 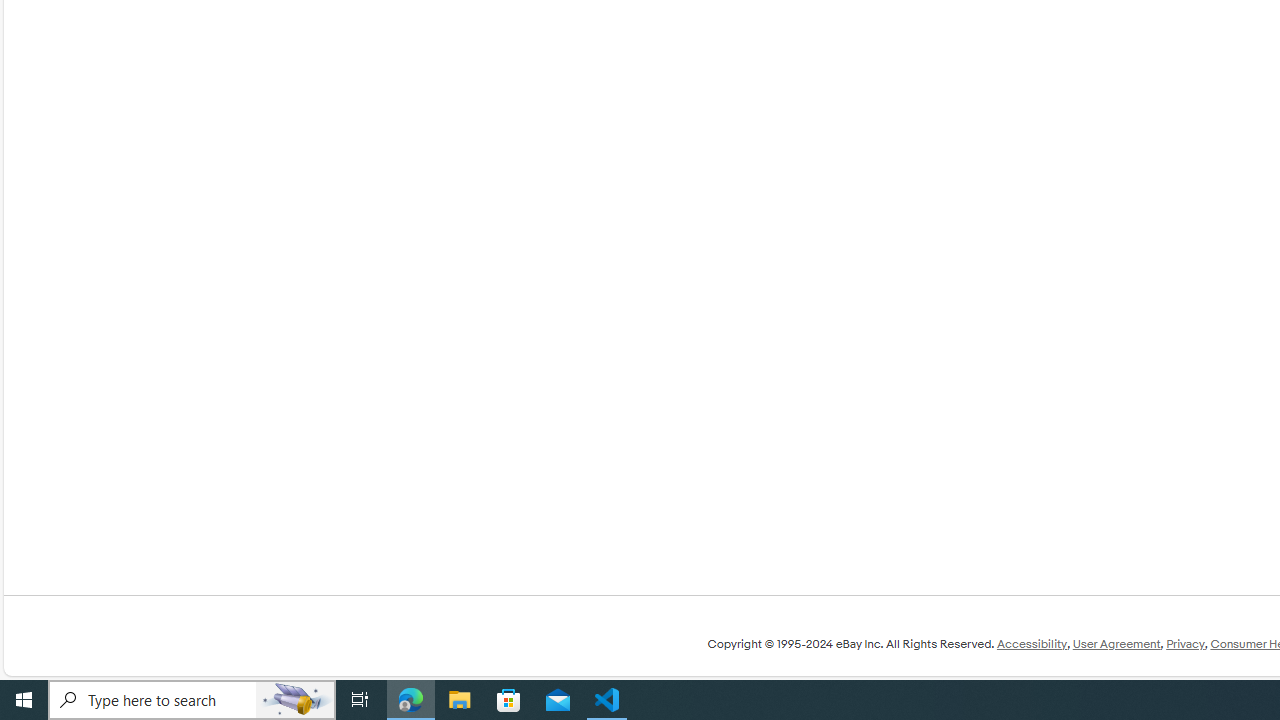 What do you see at coordinates (1031, 644) in the screenshot?
I see `'Accessibility'` at bounding box center [1031, 644].